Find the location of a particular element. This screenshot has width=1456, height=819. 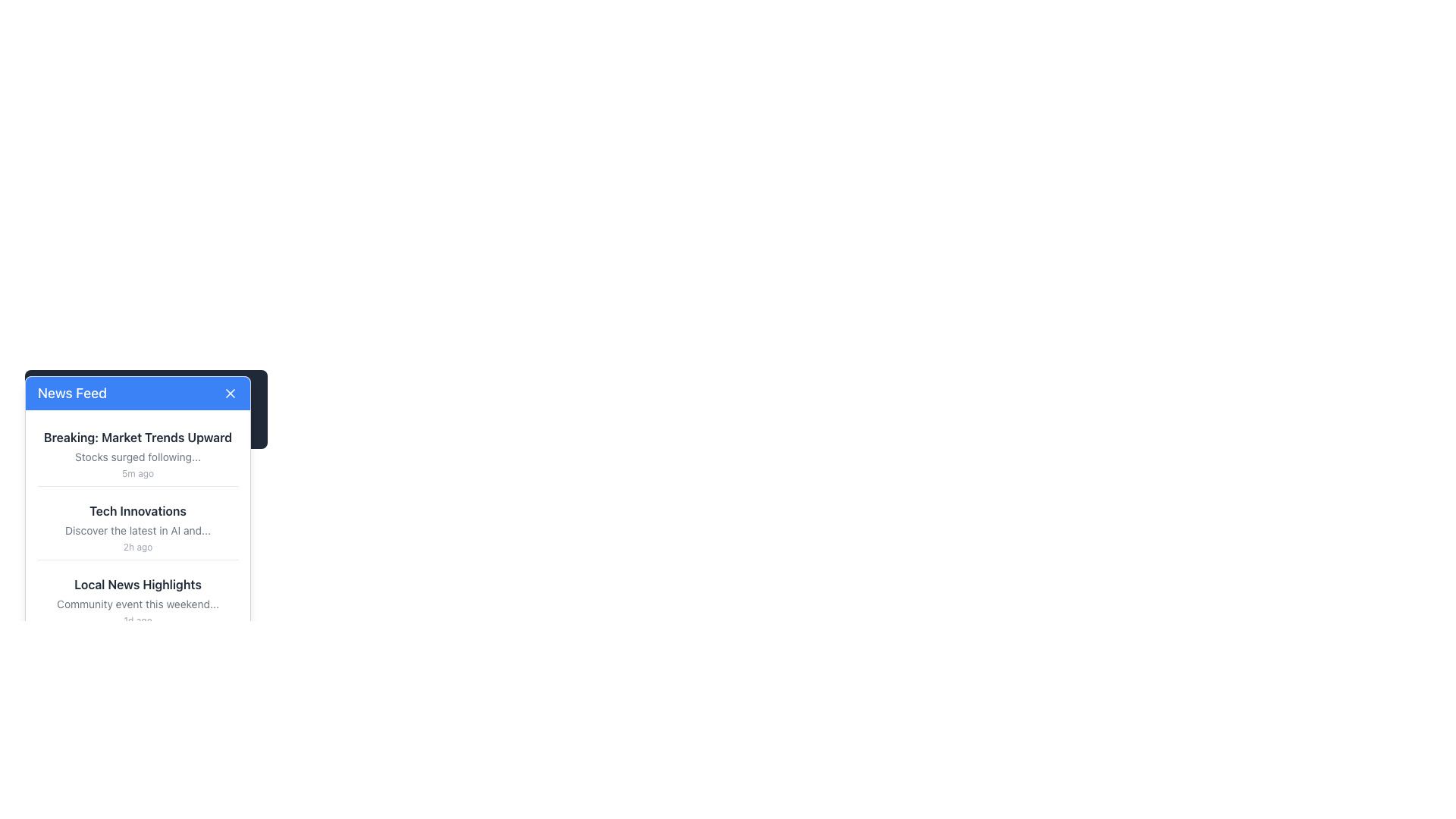

the headline text element of the first news item in the vertical list is located at coordinates (138, 438).